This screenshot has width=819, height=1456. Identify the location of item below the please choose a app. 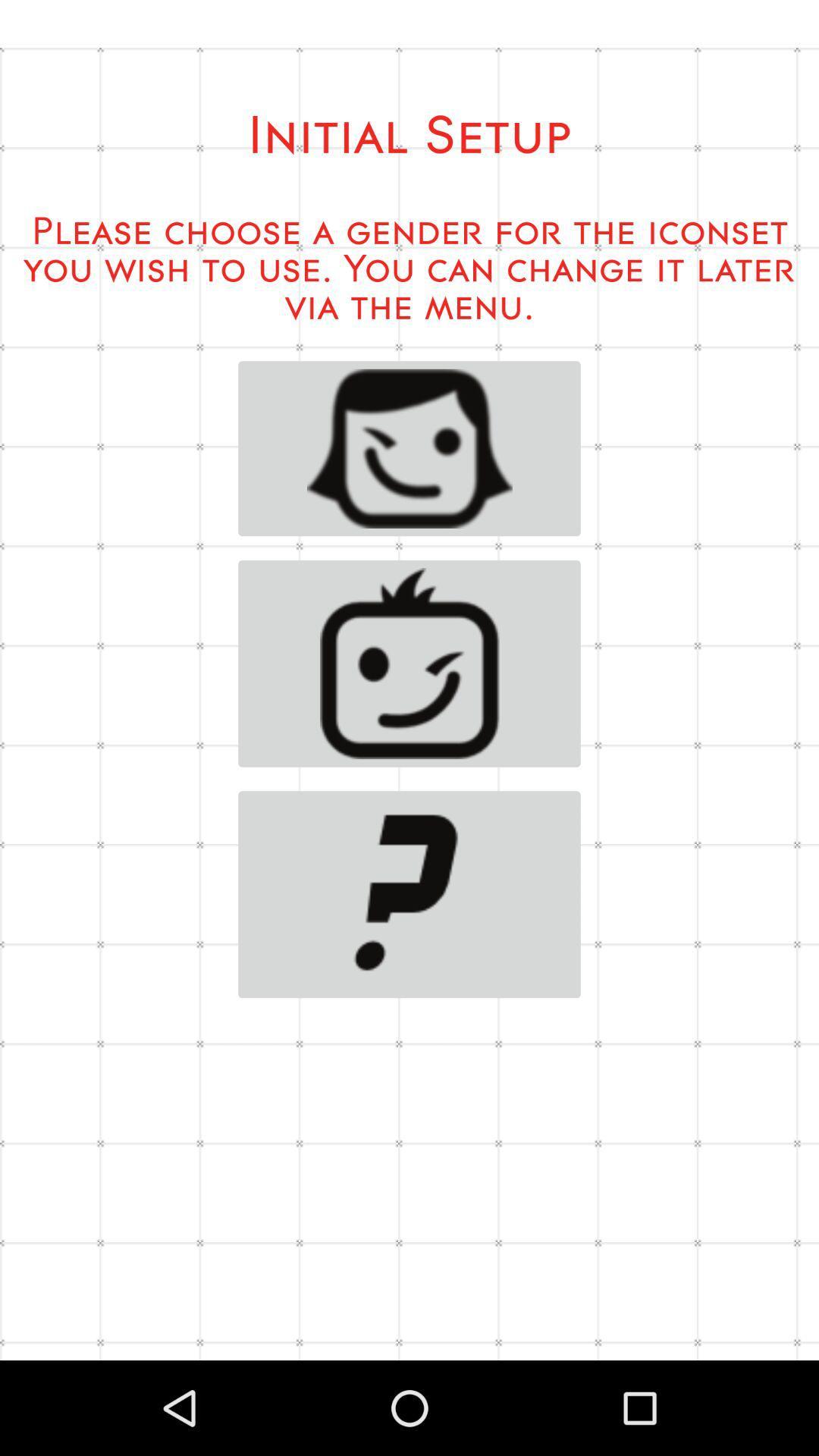
(409, 447).